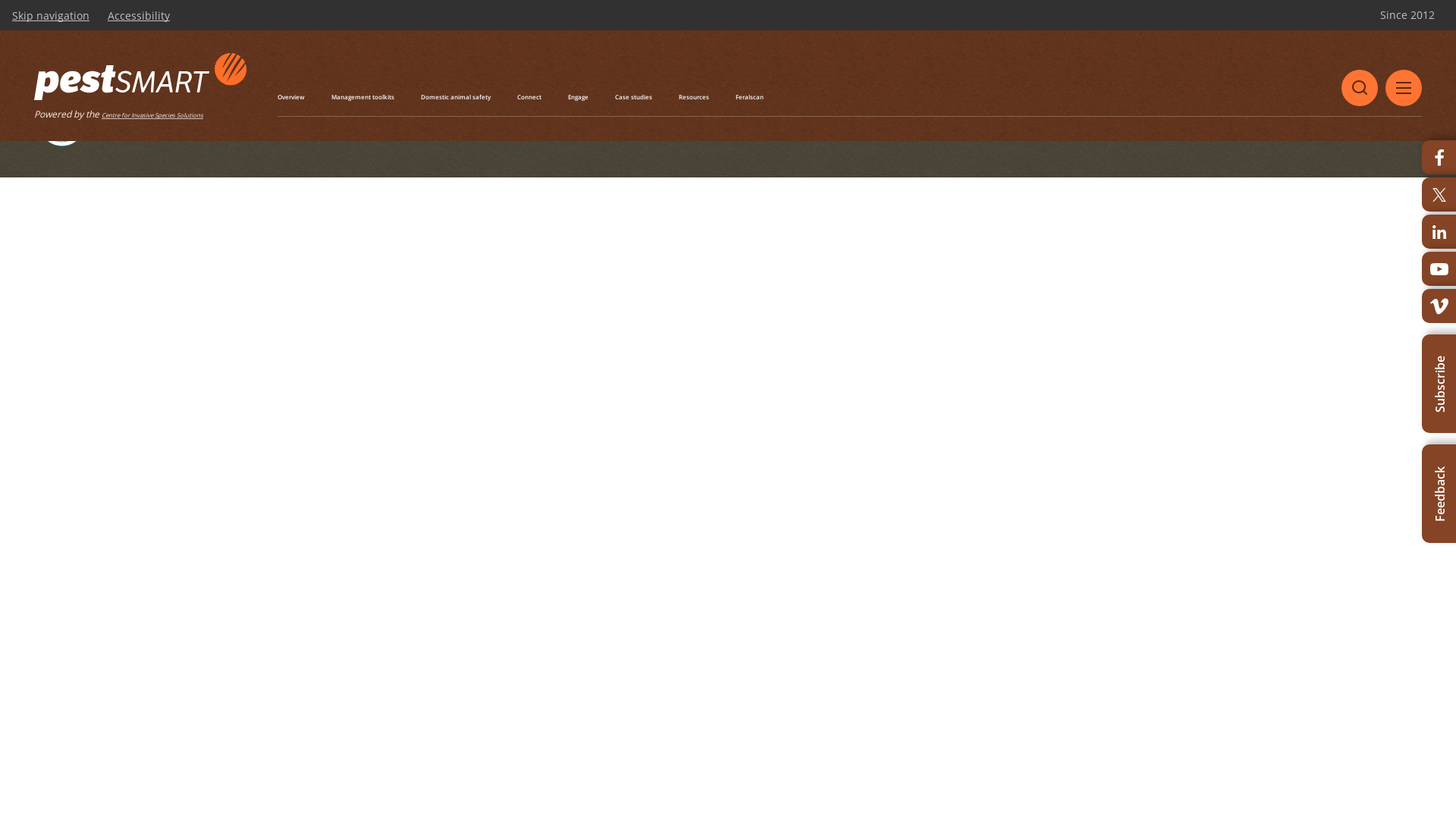 This screenshot has height=819, width=1456. I want to click on 'Accessibility', so click(138, 15).